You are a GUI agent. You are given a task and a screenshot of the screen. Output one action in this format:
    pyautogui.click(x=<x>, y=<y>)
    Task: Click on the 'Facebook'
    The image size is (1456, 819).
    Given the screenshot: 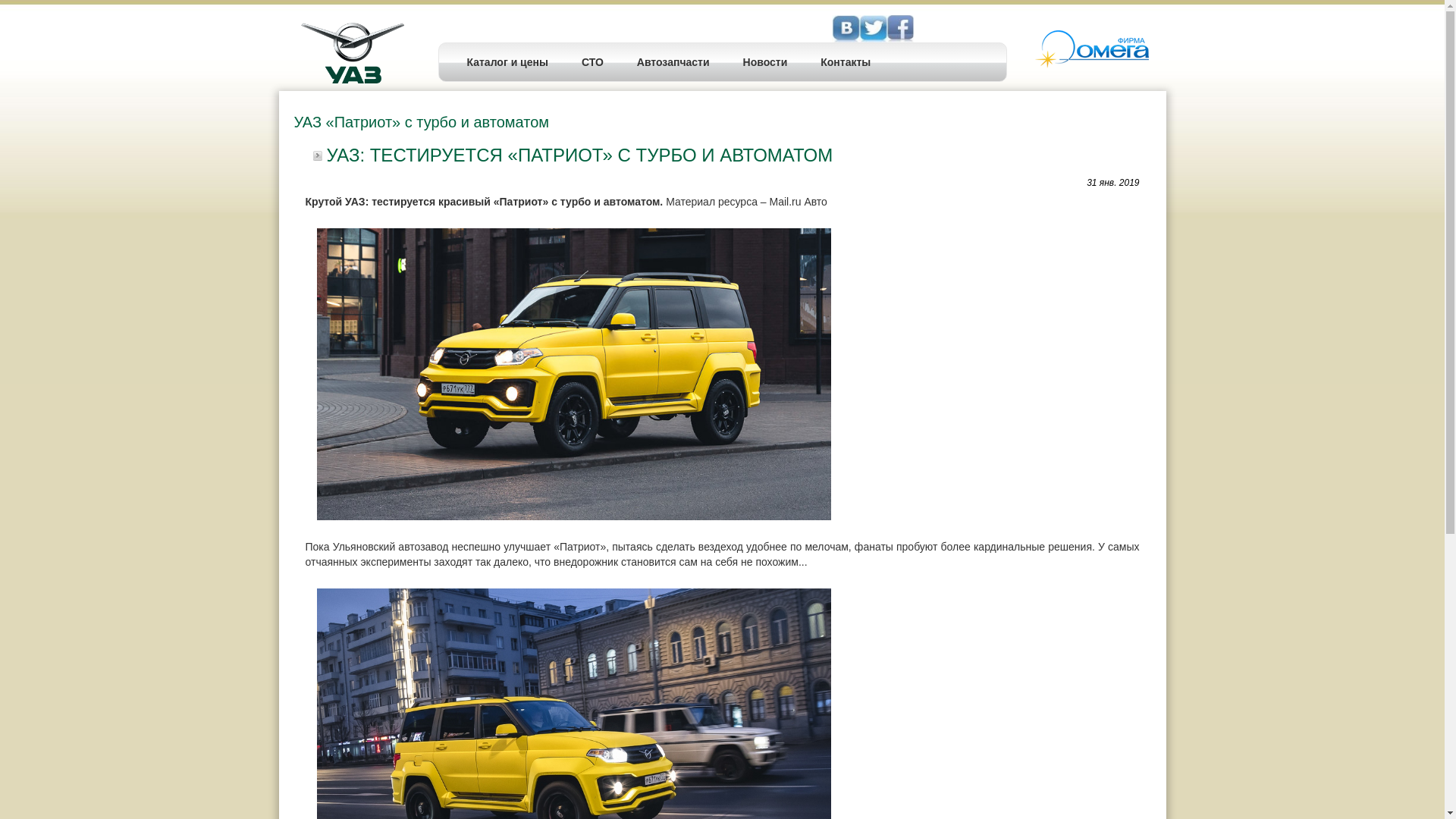 What is the action you would take?
    pyautogui.click(x=873, y=29)
    